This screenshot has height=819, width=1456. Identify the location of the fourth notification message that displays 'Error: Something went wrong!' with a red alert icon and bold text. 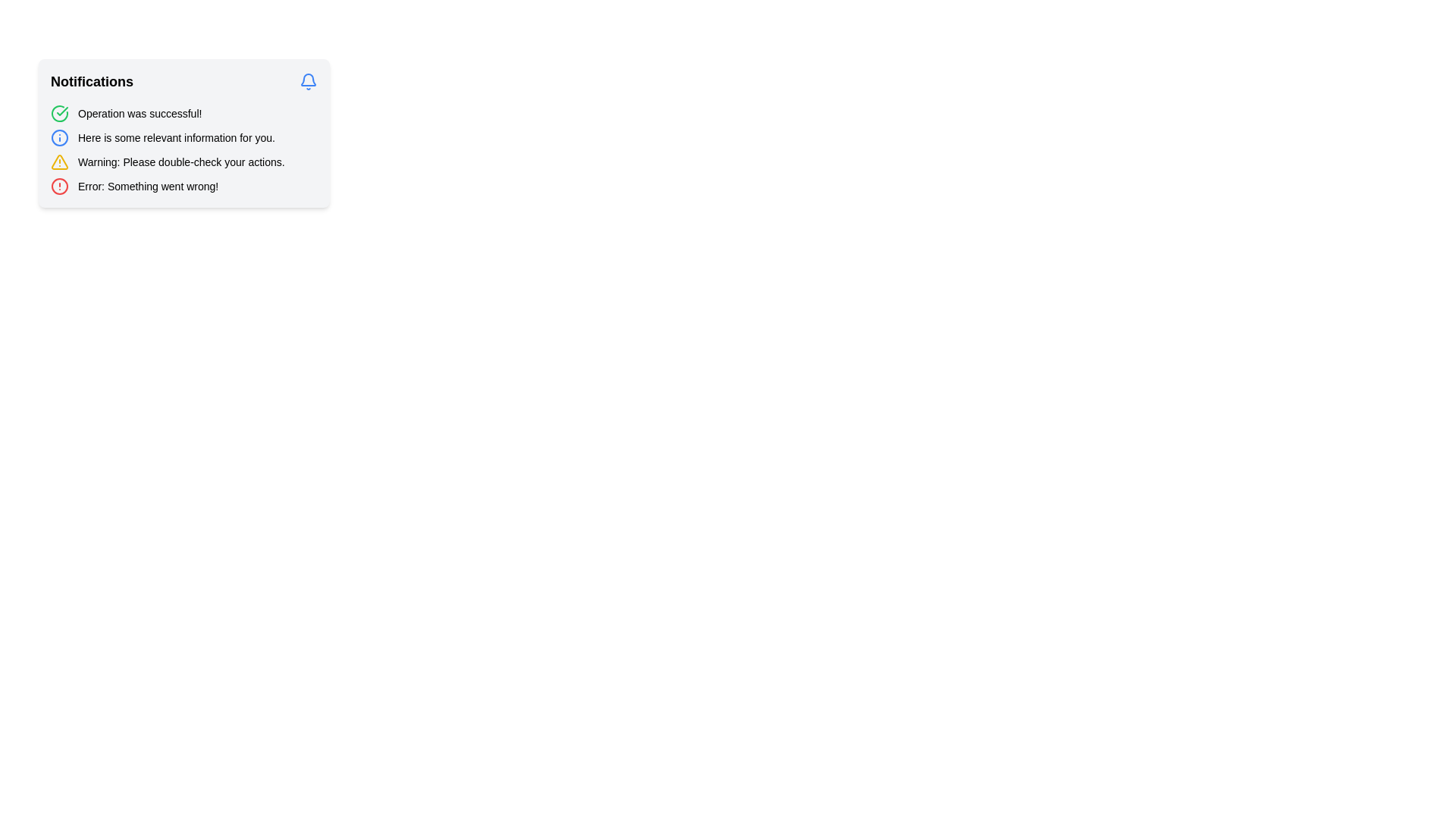
(184, 186).